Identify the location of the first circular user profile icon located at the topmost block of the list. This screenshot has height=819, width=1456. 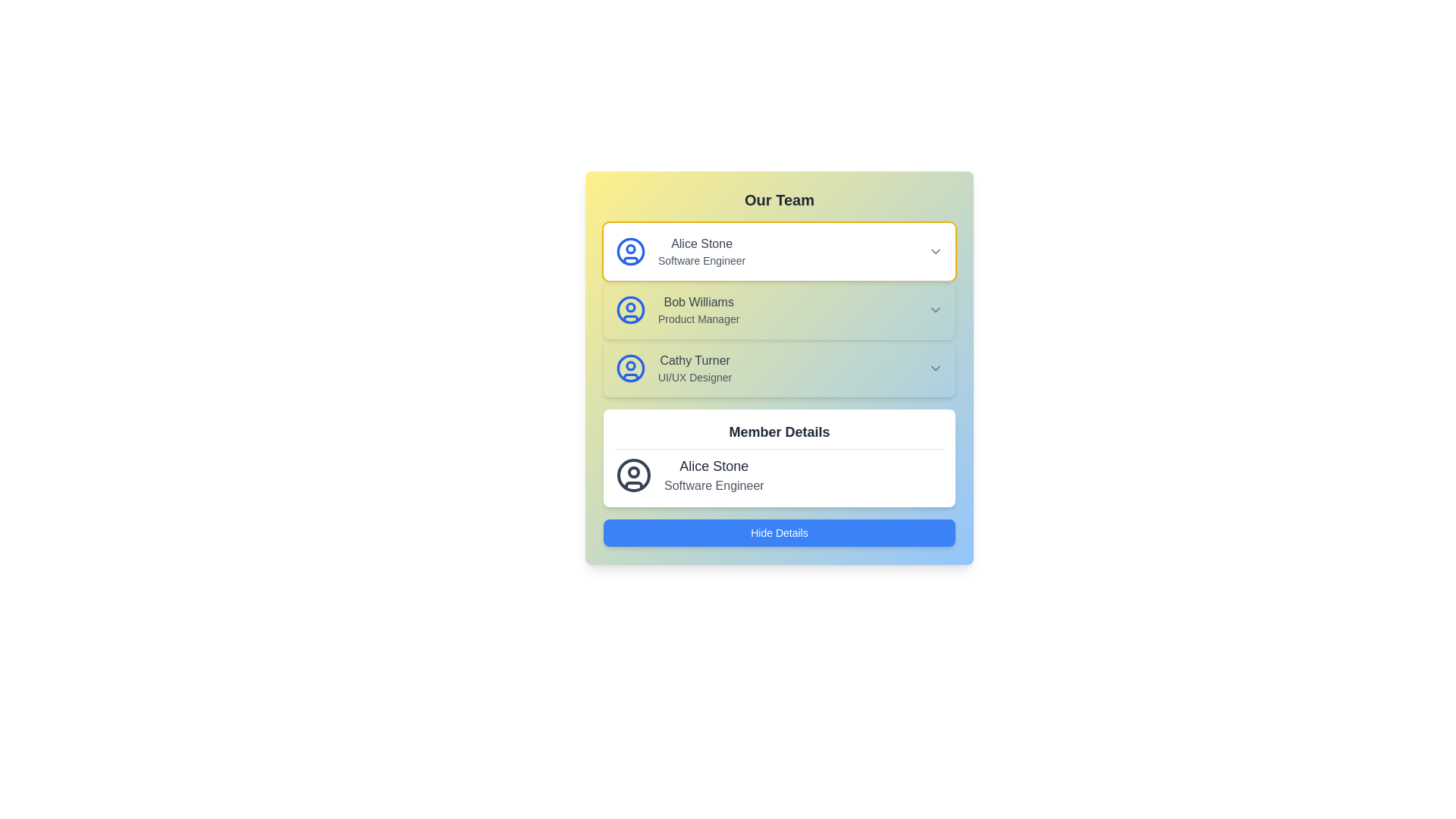
(630, 369).